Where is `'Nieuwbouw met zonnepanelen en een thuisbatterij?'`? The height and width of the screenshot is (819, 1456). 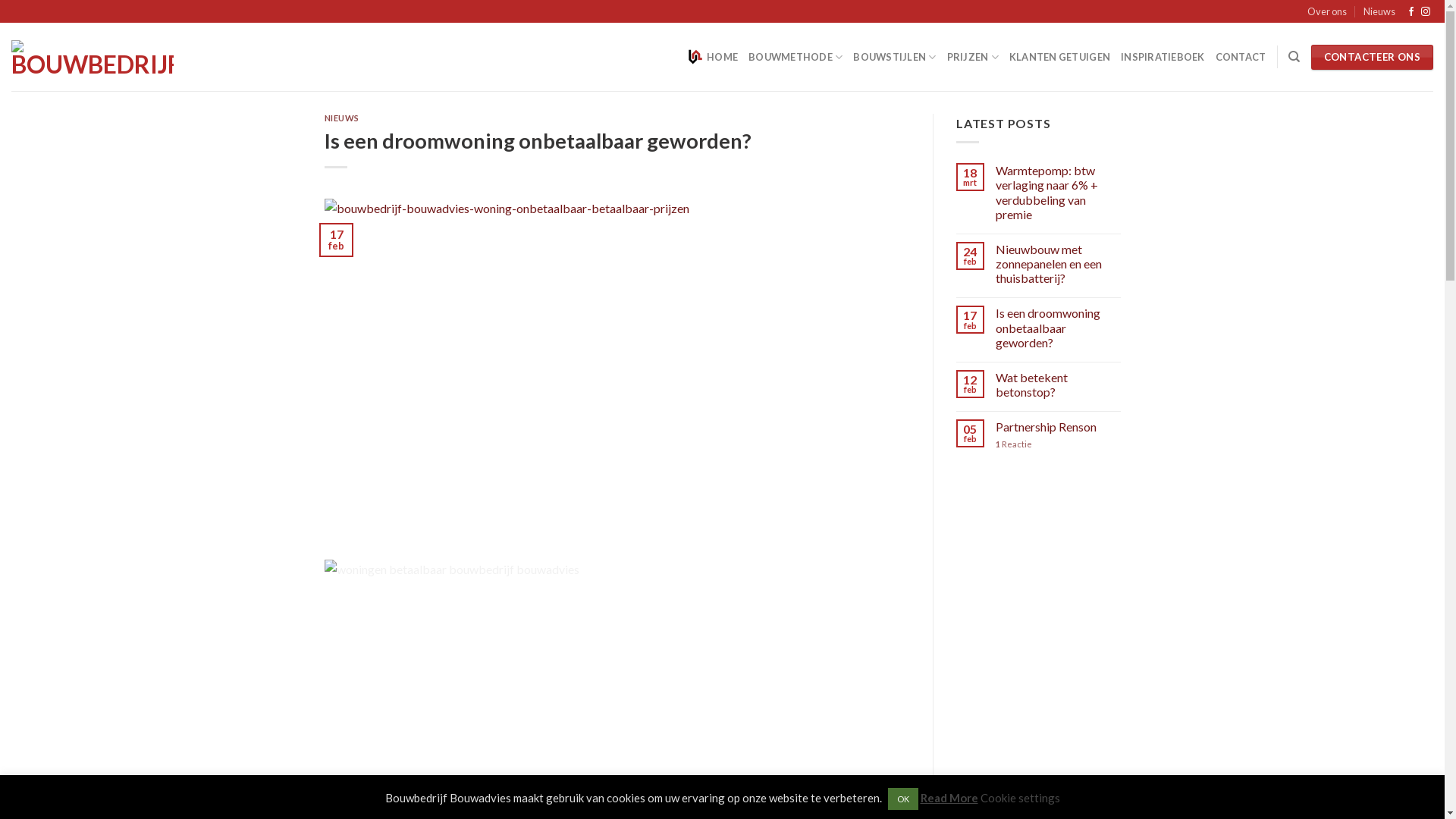 'Nieuwbouw met zonnepanelen en een thuisbatterij?' is located at coordinates (1057, 262).